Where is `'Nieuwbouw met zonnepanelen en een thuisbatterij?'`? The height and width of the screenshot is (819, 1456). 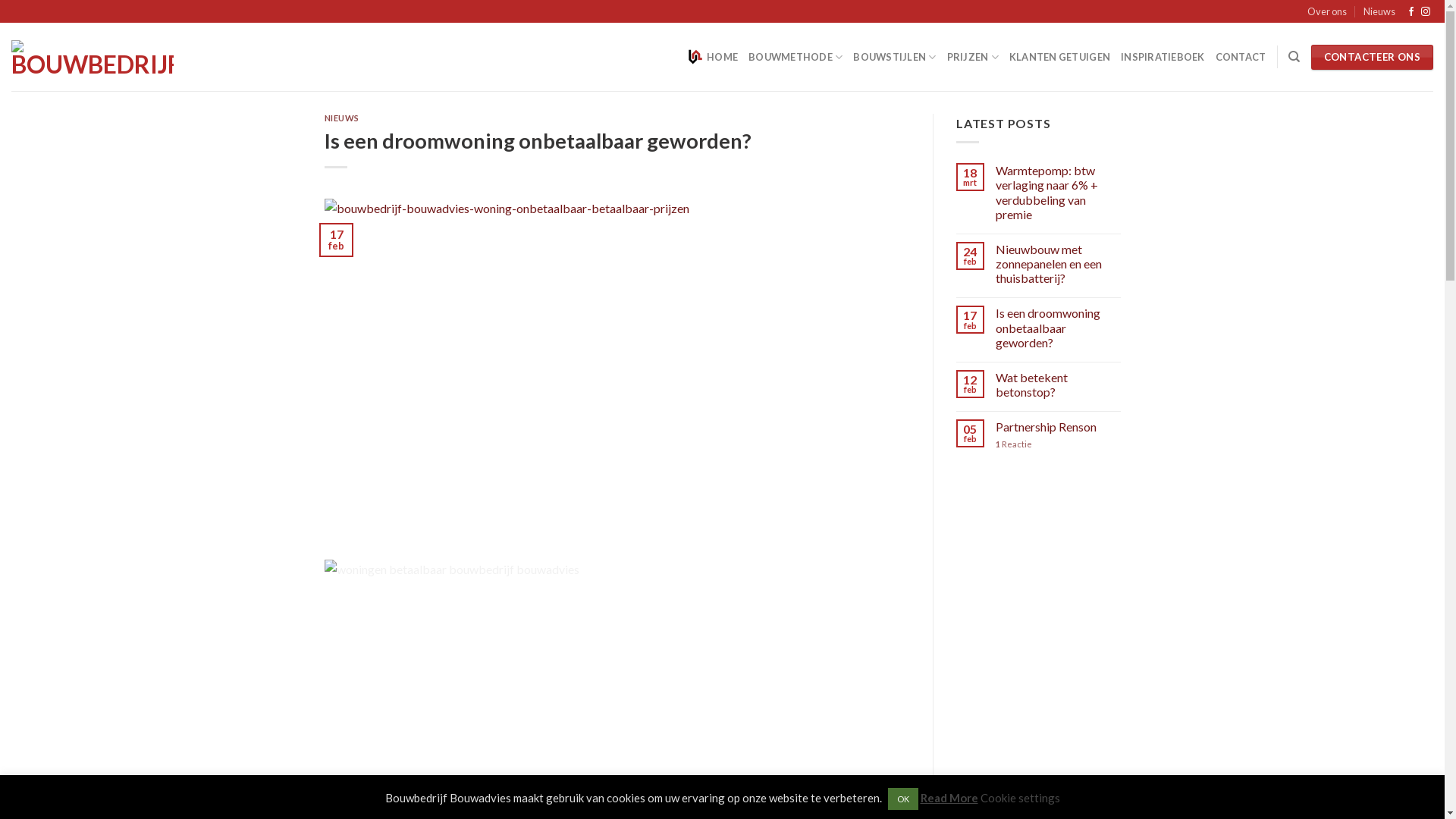 'Nieuwbouw met zonnepanelen en een thuisbatterij?' is located at coordinates (1057, 262).